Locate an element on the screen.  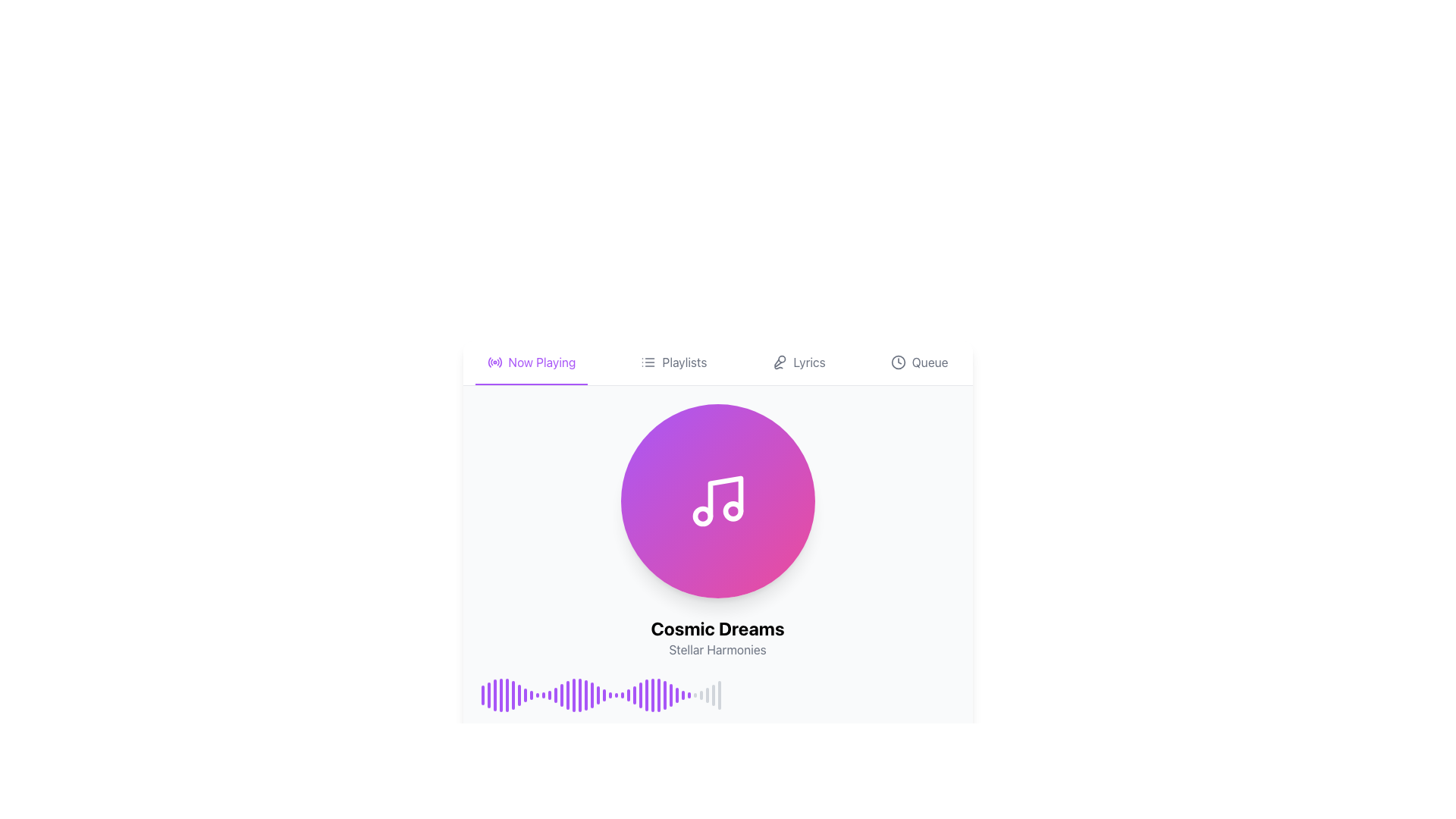
the 28th vertical purple bar in the waveform component located below the text 'Stellar Harmonies' is located at coordinates (646, 695).